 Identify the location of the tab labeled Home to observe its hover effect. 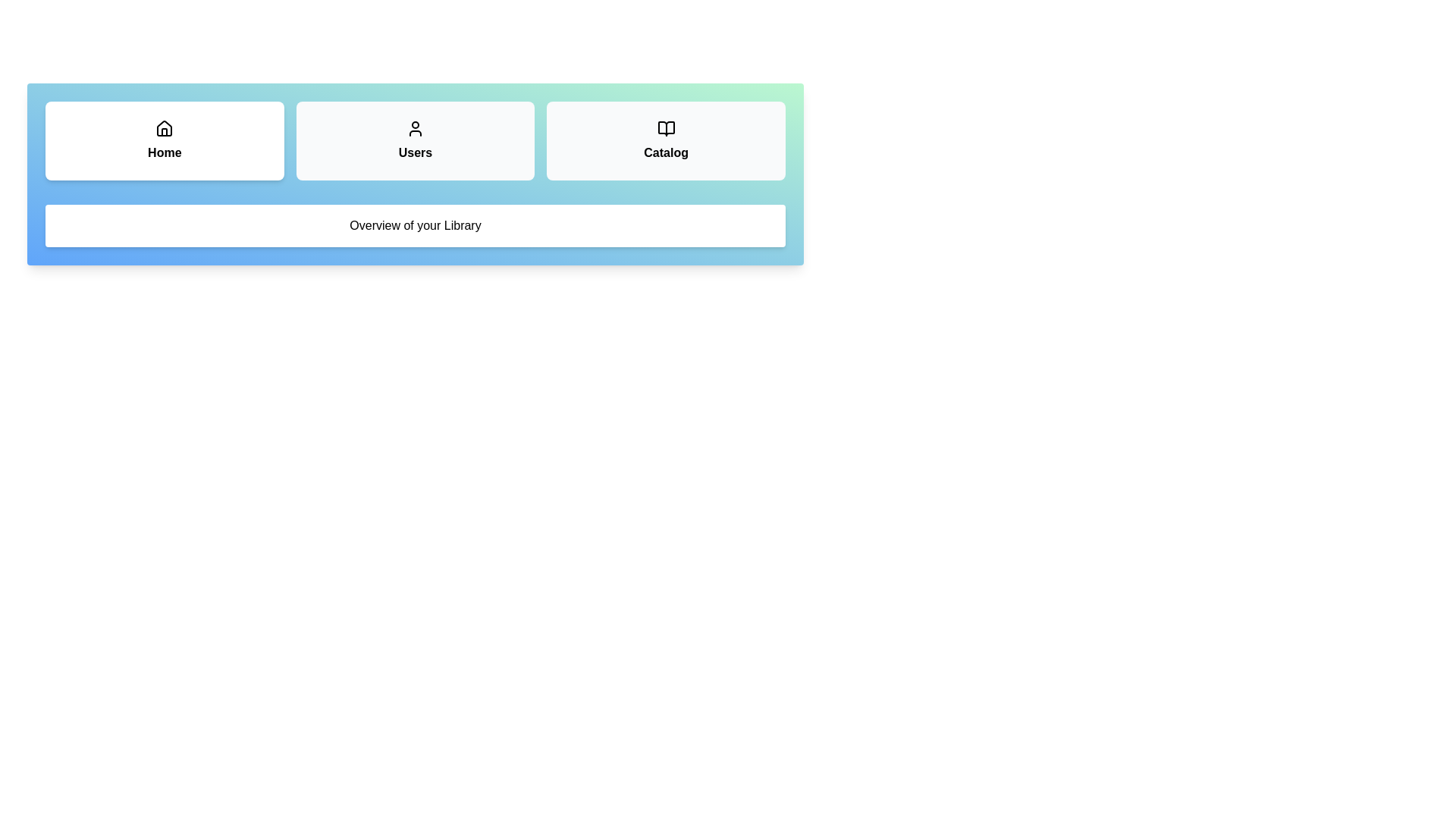
(165, 140).